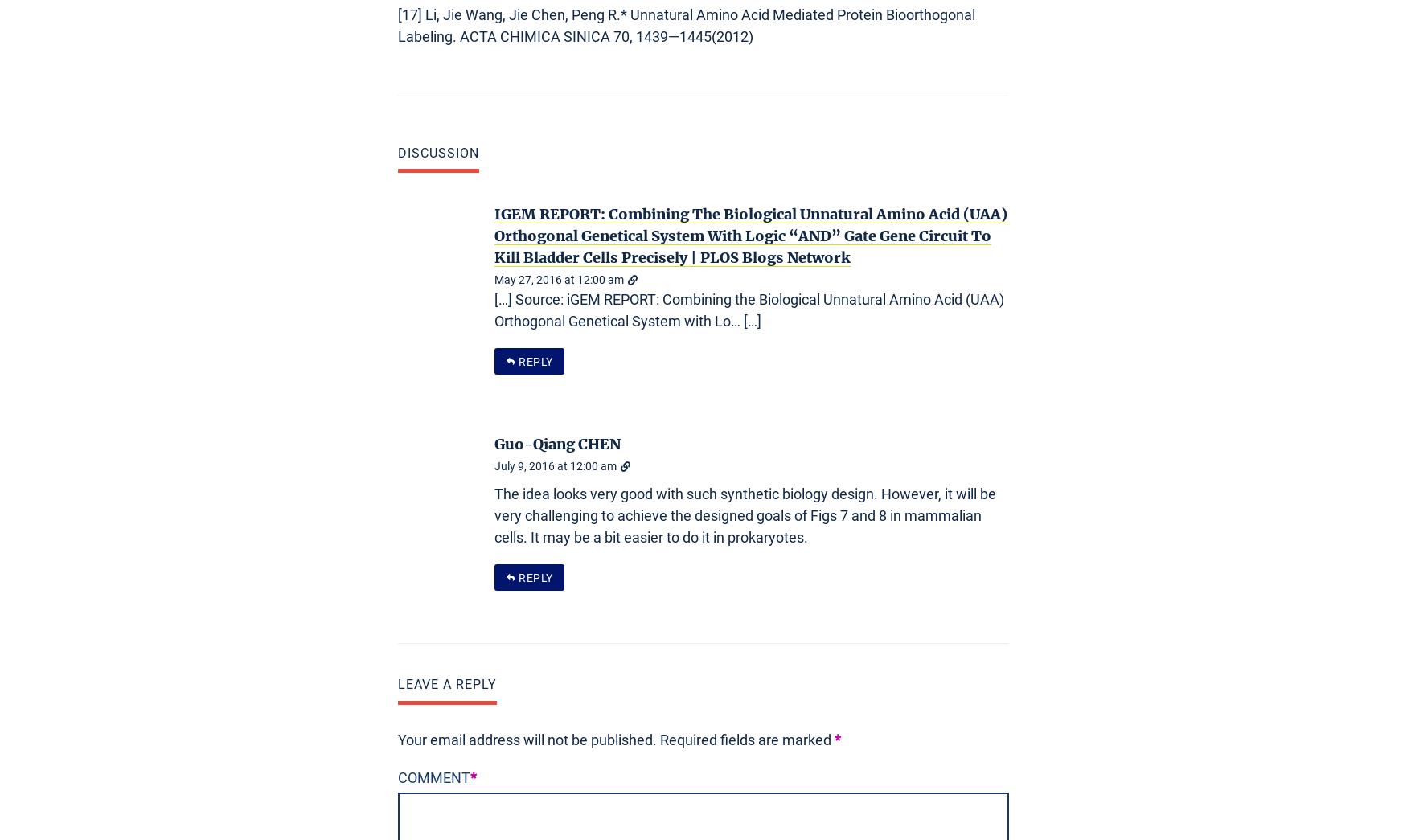 The width and height of the screenshot is (1407, 840). Describe the element at coordinates (557, 444) in the screenshot. I see `'Guo-Qiang CHEN'` at that location.